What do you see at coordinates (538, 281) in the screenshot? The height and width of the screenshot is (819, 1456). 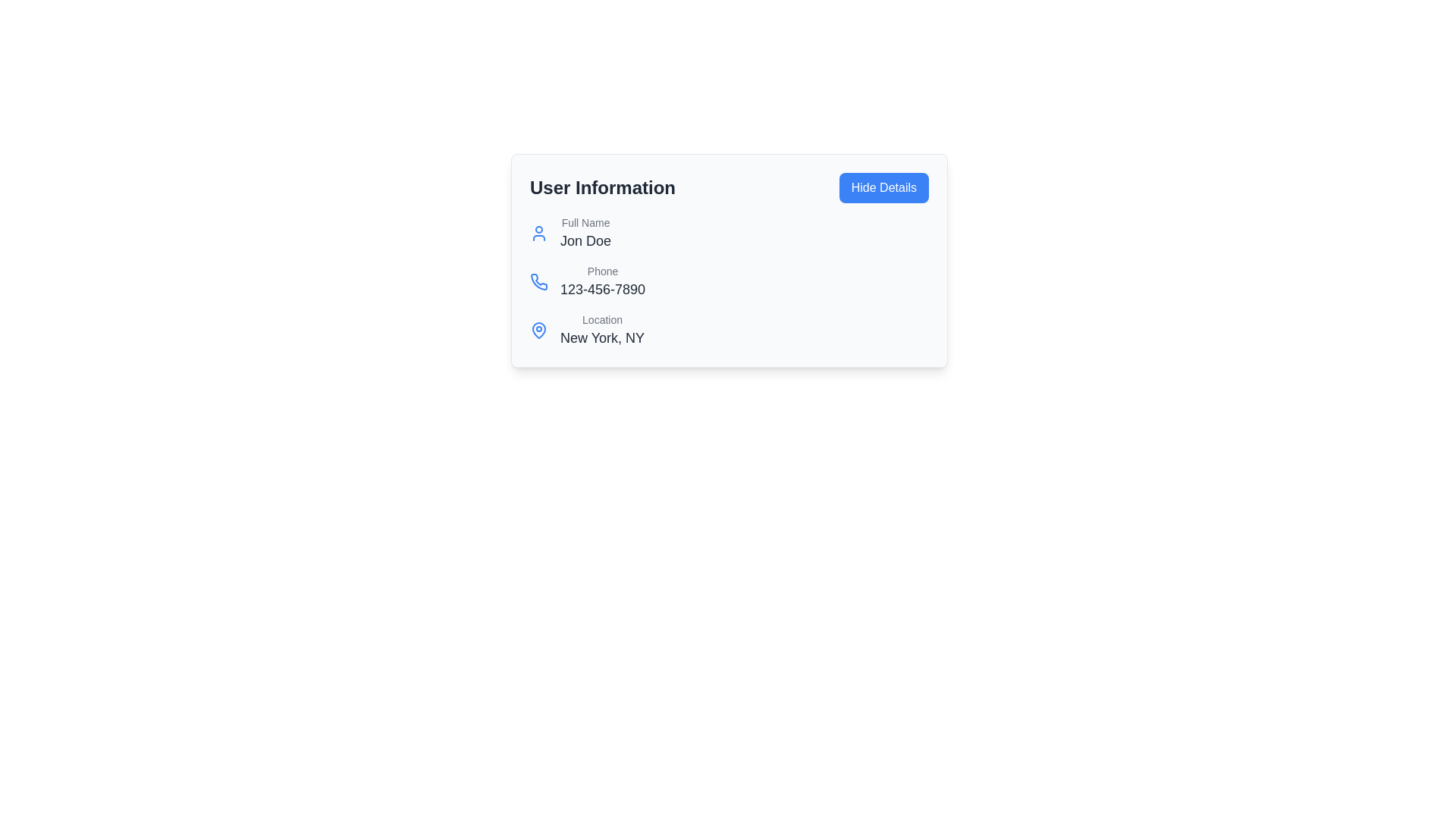 I see `the phone icon located within the user information card, specifically` at bounding box center [538, 281].